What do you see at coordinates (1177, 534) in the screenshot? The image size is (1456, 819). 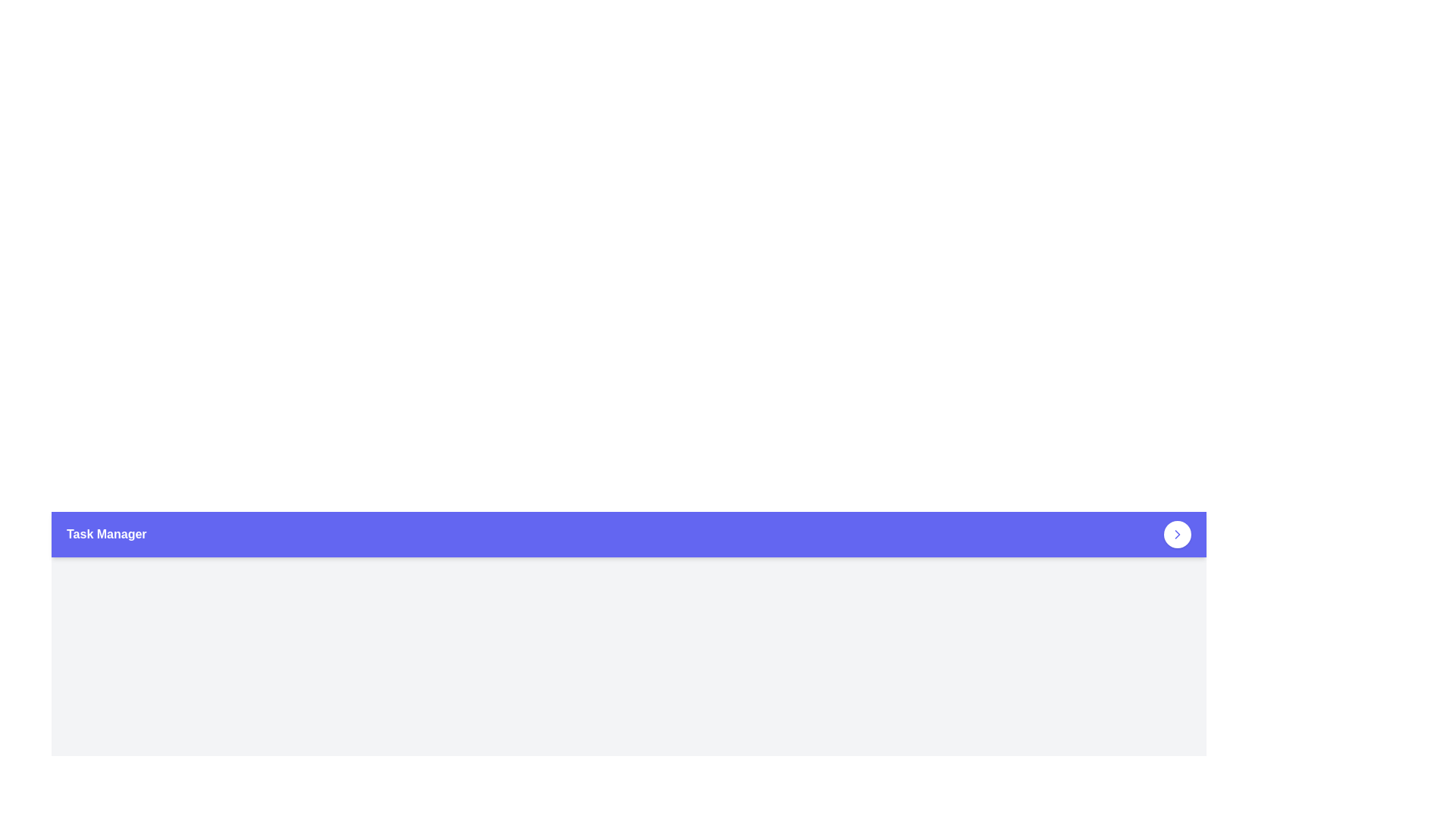 I see `the navigation icon located near the top-right corner of the interface beside the 'Task Manager' header to initiate a navigation action` at bounding box center [1177, 534].